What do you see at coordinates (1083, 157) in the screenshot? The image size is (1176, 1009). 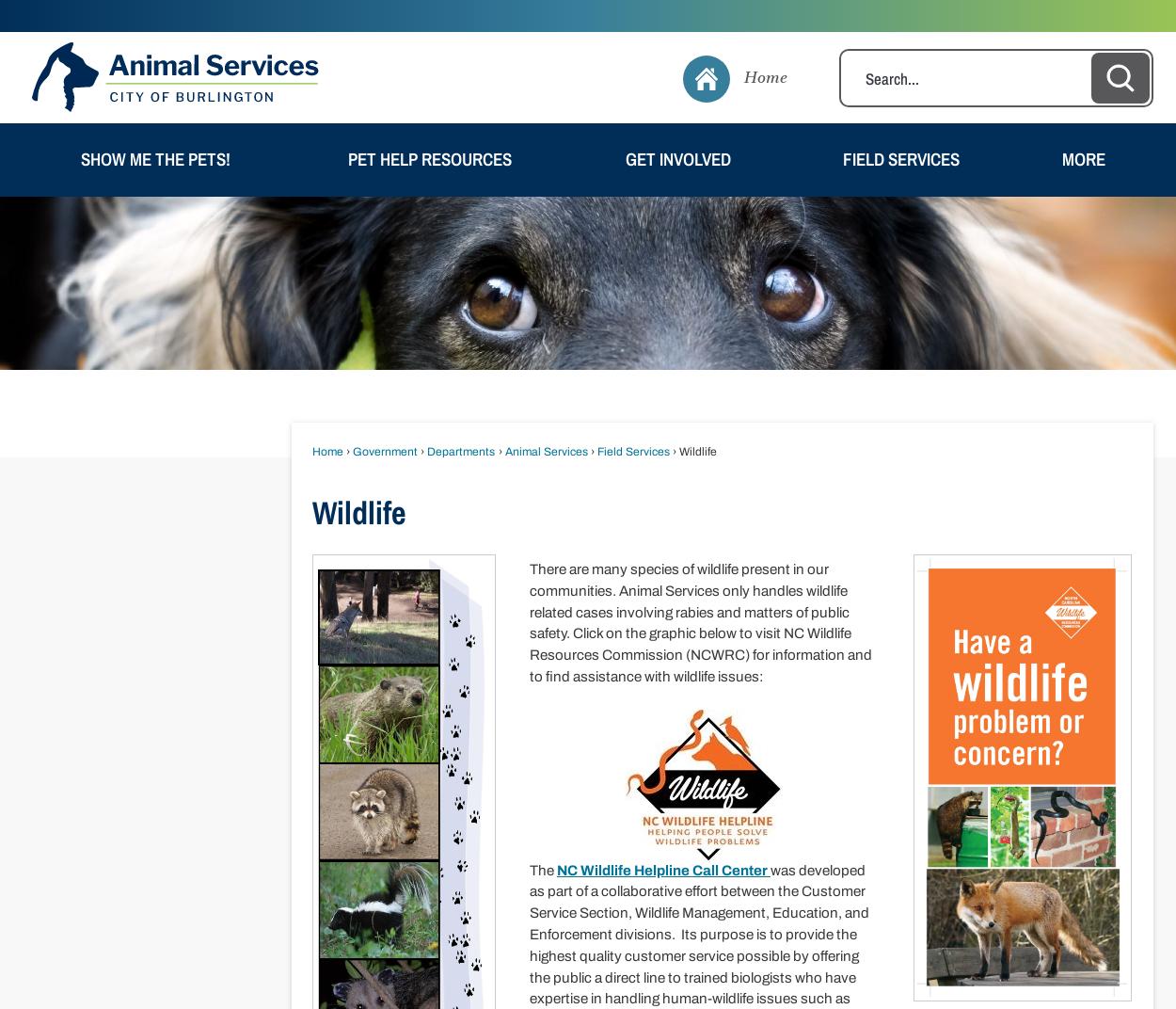 I see `'More'` at bounding box center [1083, 157].